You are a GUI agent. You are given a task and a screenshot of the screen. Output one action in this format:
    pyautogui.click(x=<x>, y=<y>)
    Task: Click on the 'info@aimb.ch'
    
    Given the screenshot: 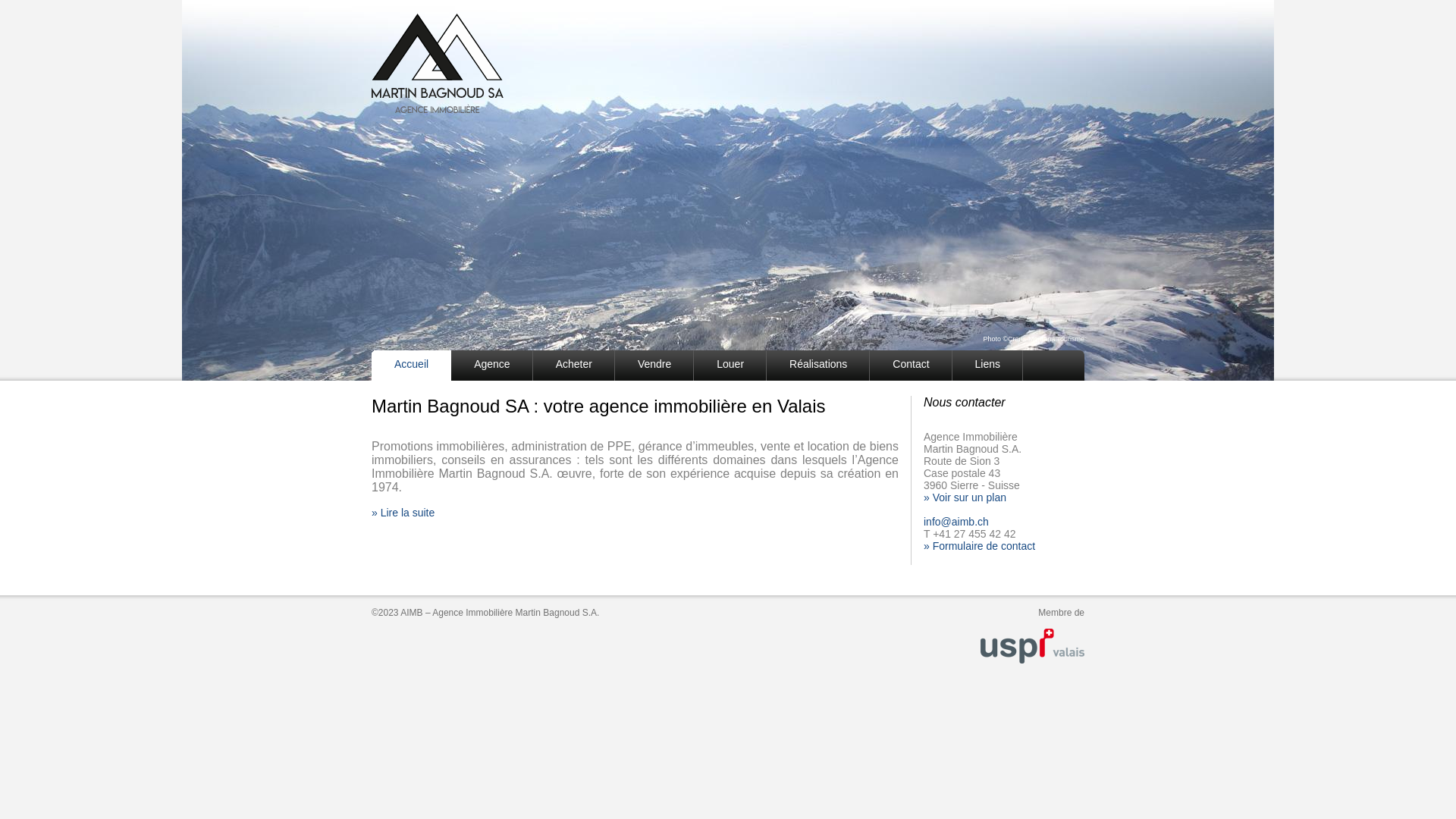 What is the action you would take?
    pyautogui.click(x=955, y=520)
    